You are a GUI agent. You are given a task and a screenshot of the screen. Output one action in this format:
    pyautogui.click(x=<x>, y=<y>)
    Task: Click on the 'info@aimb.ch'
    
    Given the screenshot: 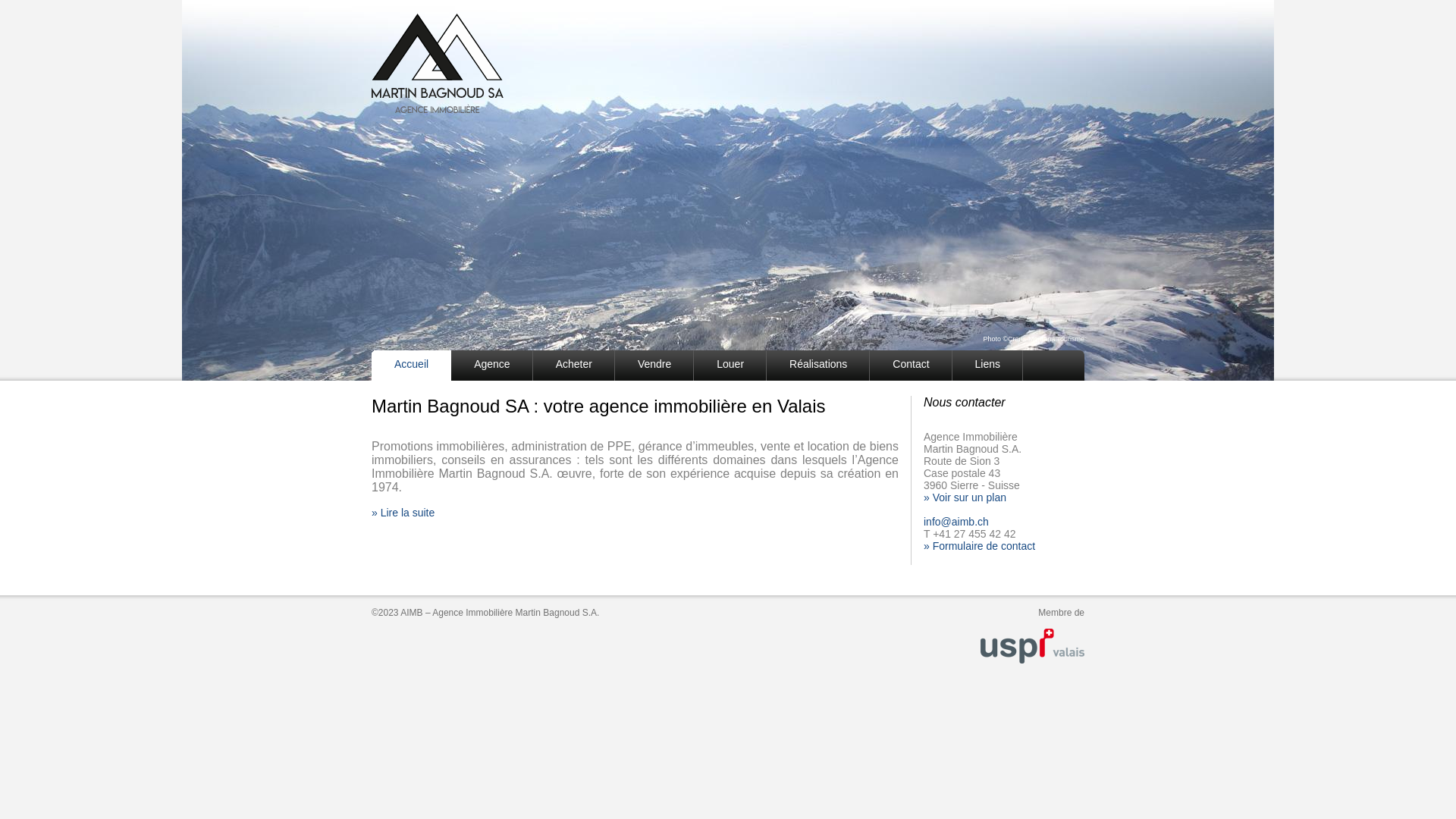 What is the action you would take?
    pyautogui.click(x=955, y=520)
    